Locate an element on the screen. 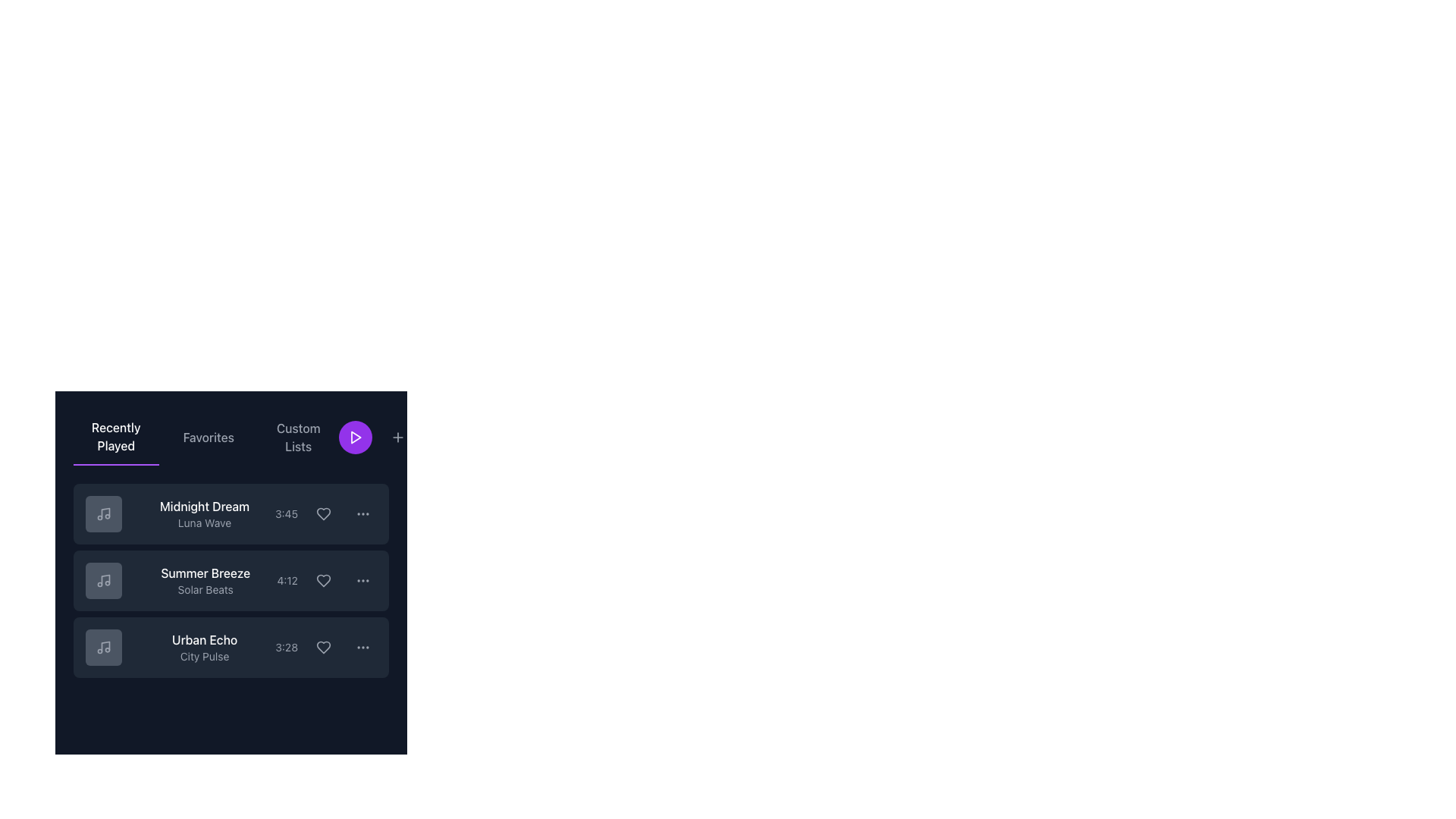 This screenshot has height=819, width=1456. the music track icon for 'Summer Breeze' in the second row of the 'Recently Played' list item is located at coordinates (103, 580).